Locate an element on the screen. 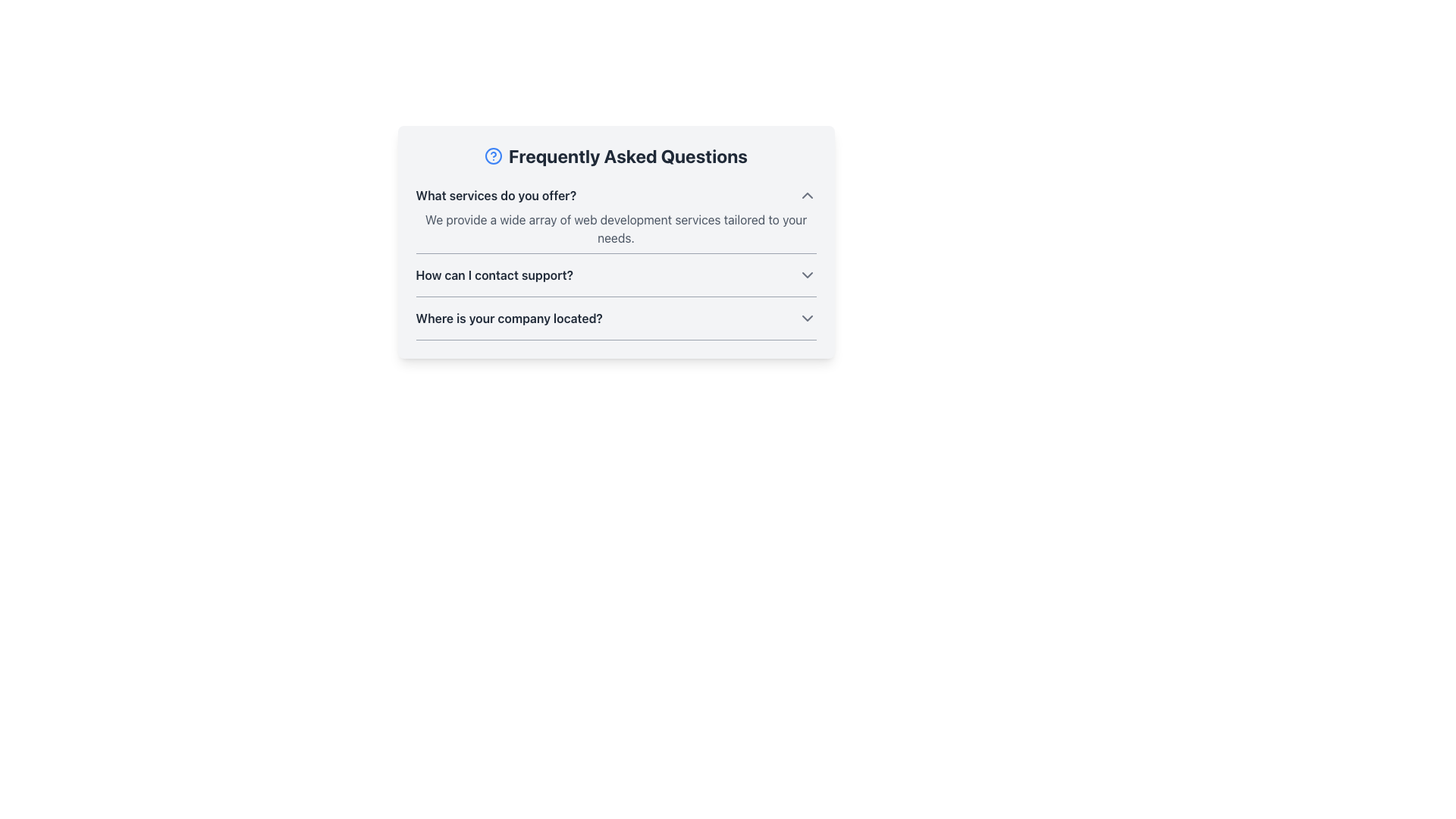 This screenshot has width=1456, height=819. the third interactive FAQ question row is located at coordinates (616, 321).